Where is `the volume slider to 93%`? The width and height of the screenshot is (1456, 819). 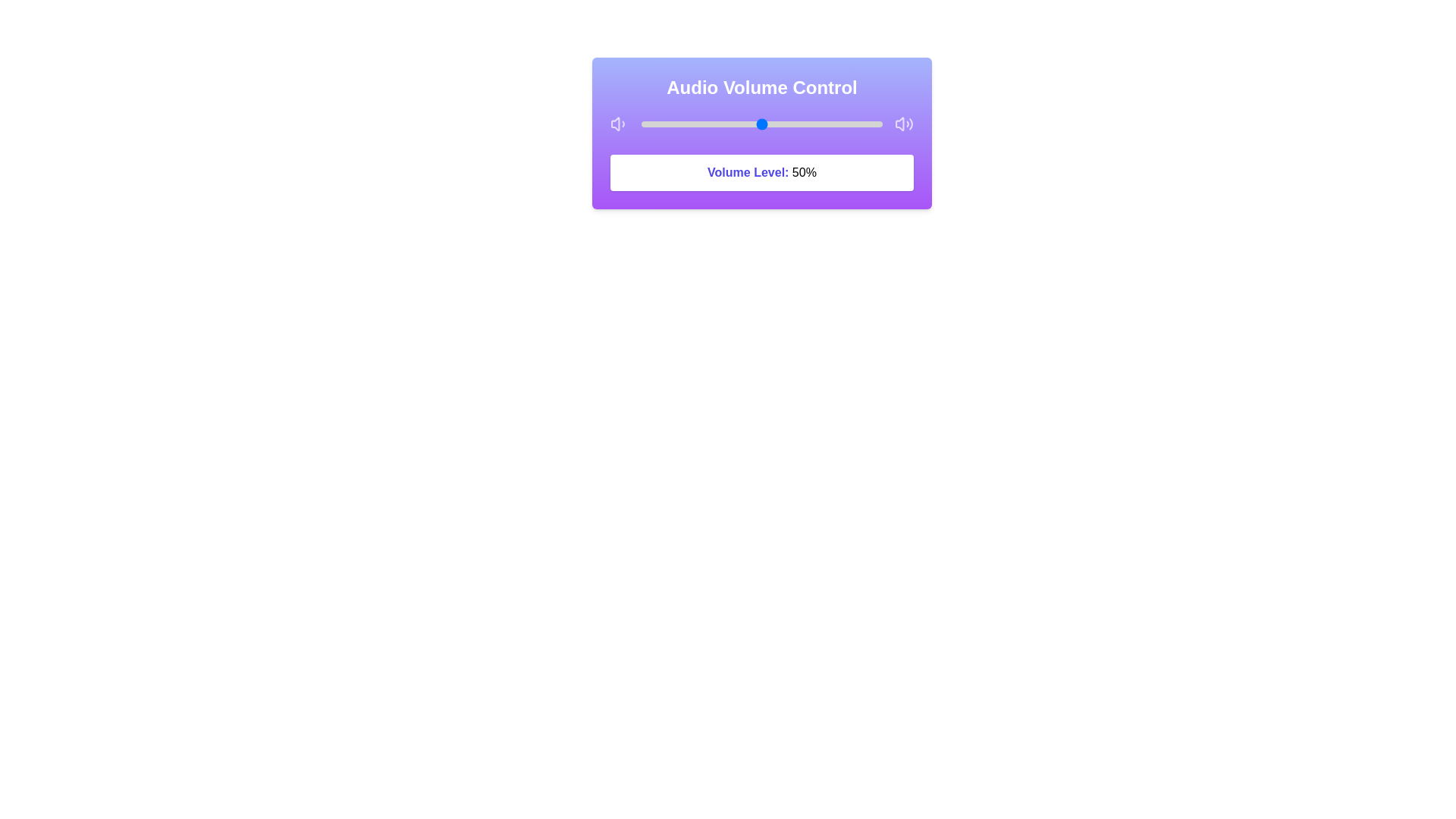 the volume slider to 93% is located at coordinates (865, 124).